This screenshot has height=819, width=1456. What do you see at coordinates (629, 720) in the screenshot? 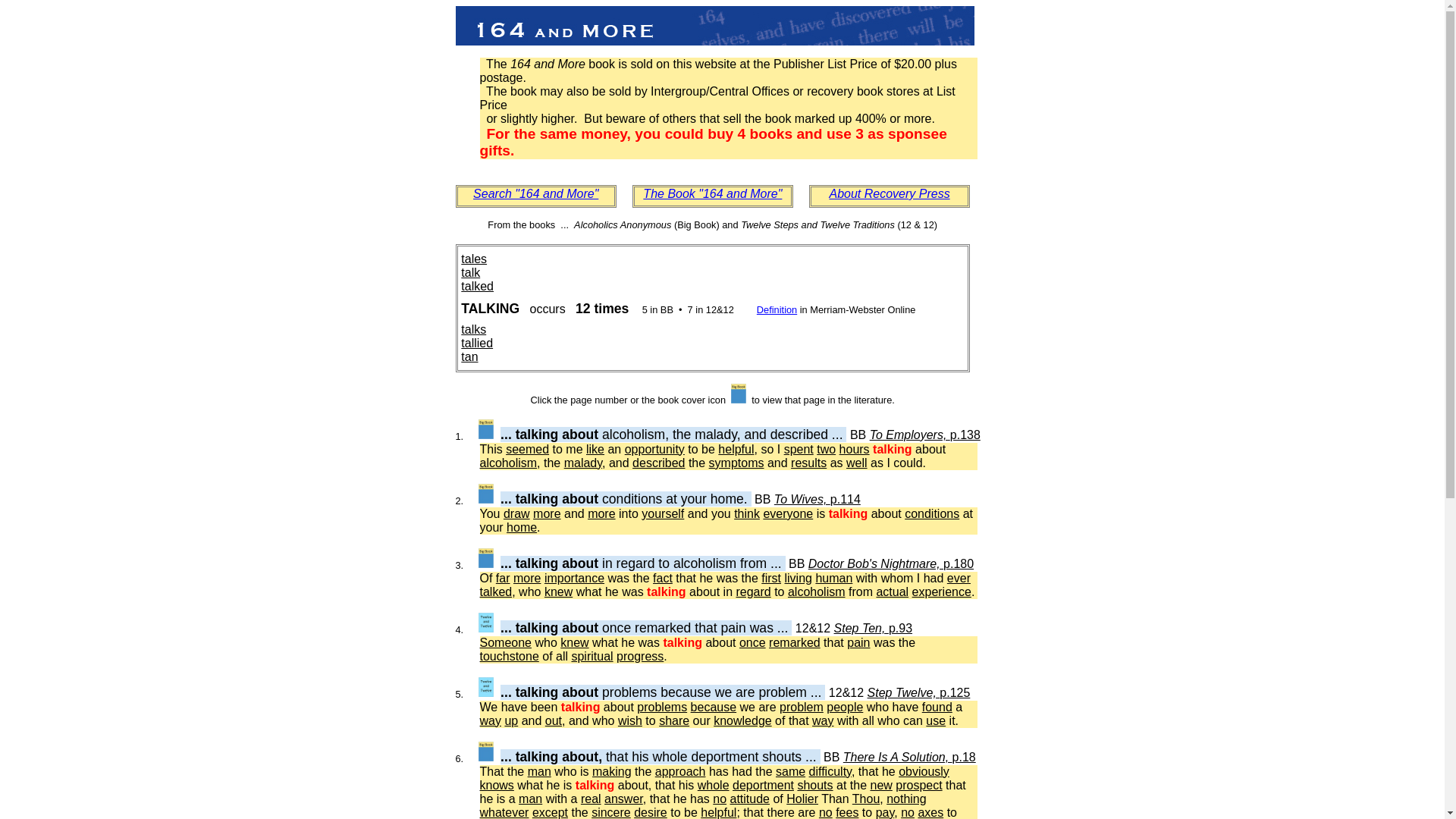
I see `'wish'` at bounding box center [629, 720].